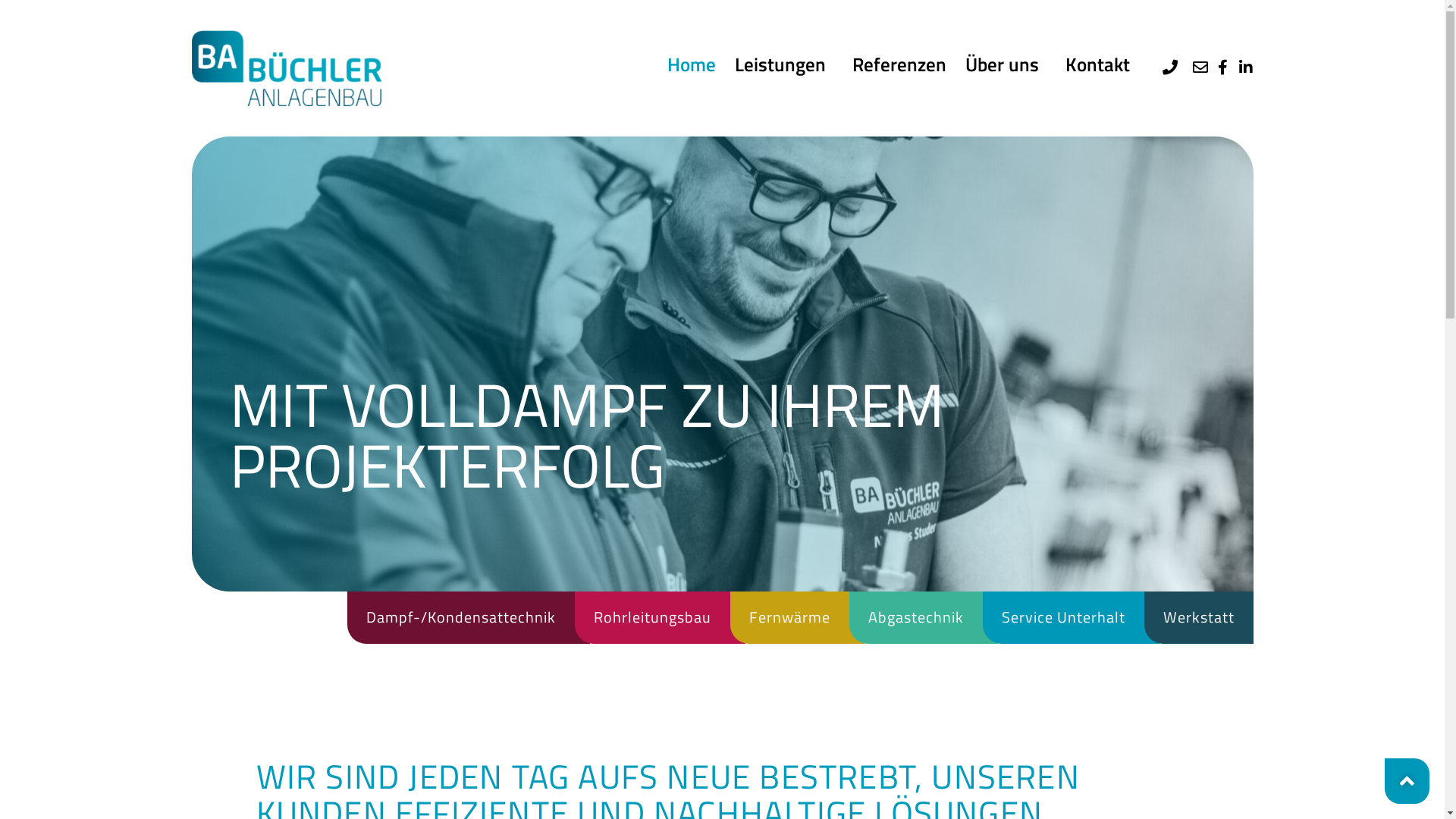 The width and height of the screenshot is (1456, 819). I want to click on 'Rohrleitungsbau', so click(592, 617).